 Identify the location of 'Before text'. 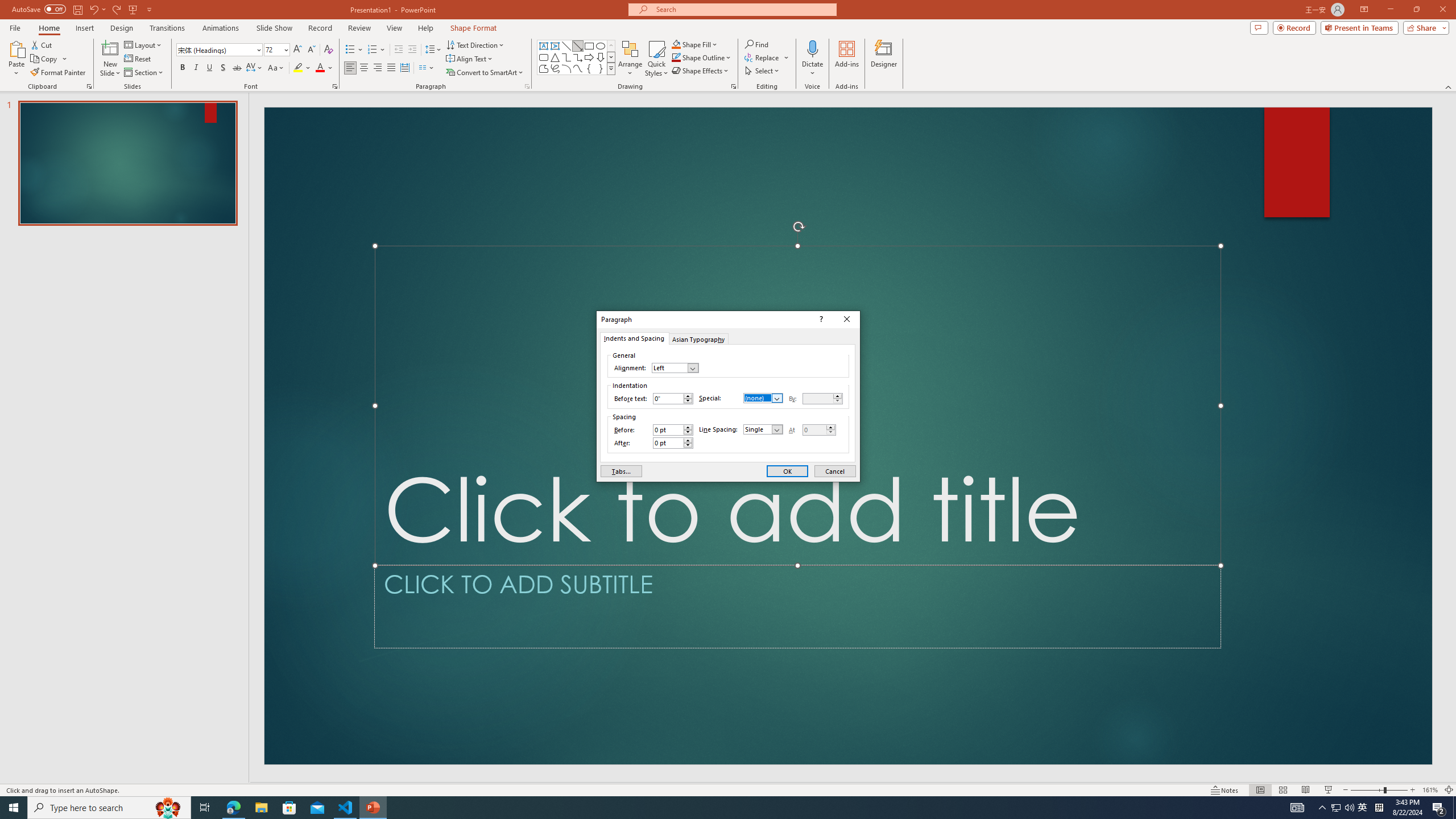
(672, 398).